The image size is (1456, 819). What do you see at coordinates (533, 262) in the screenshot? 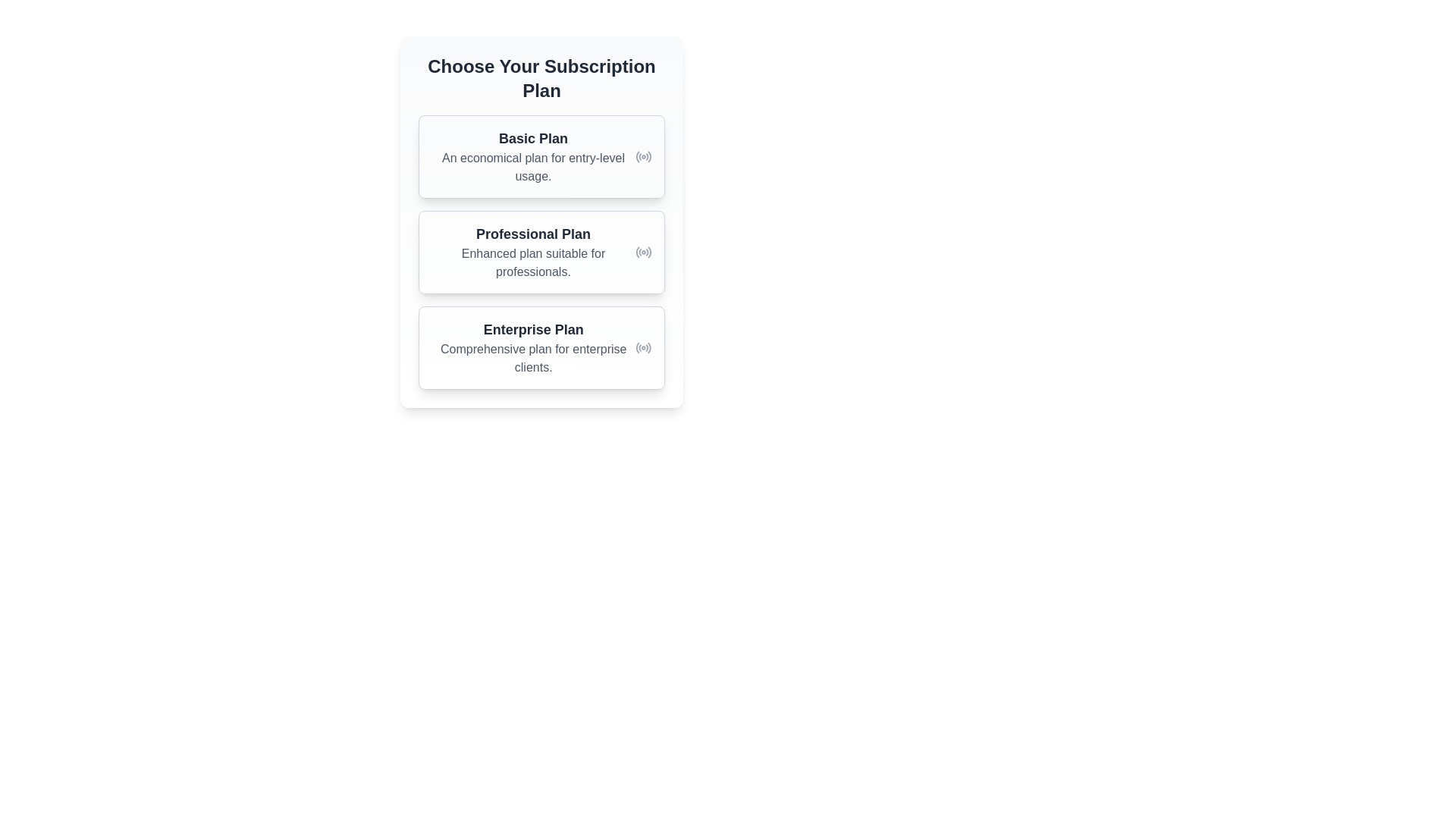
I see `the descriptive text providing additional details about the 'Professional Plan' subscription option, located below the 'Professional Plan' header and positioned in the middle of the subscription plan listing interface` at bounding box center [533, 262].